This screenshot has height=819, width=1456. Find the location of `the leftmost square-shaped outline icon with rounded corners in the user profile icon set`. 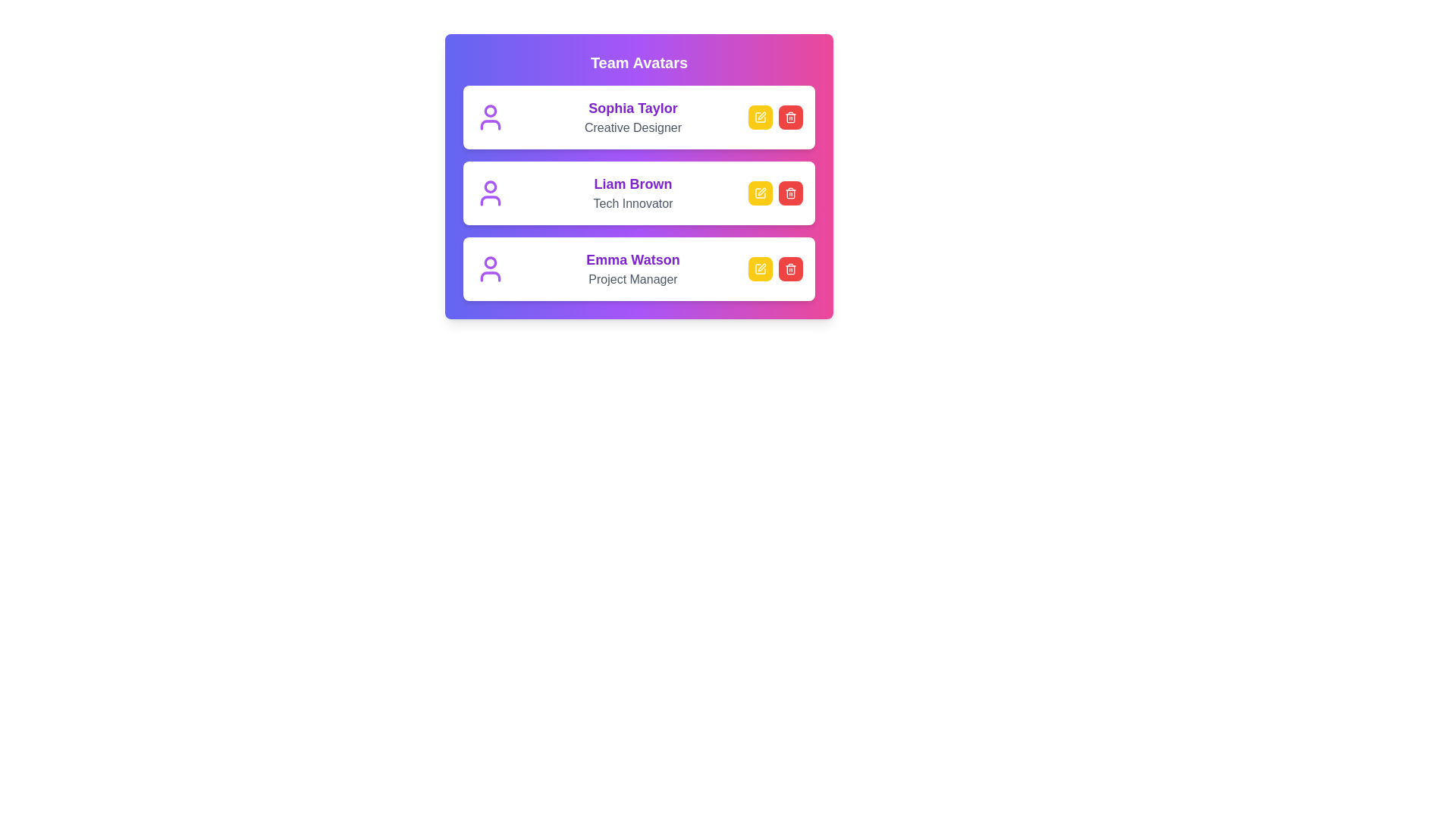

the leftmost square-shaped outline icon with rounded corners in the user profile icon set is located at coordinates (761, 268).